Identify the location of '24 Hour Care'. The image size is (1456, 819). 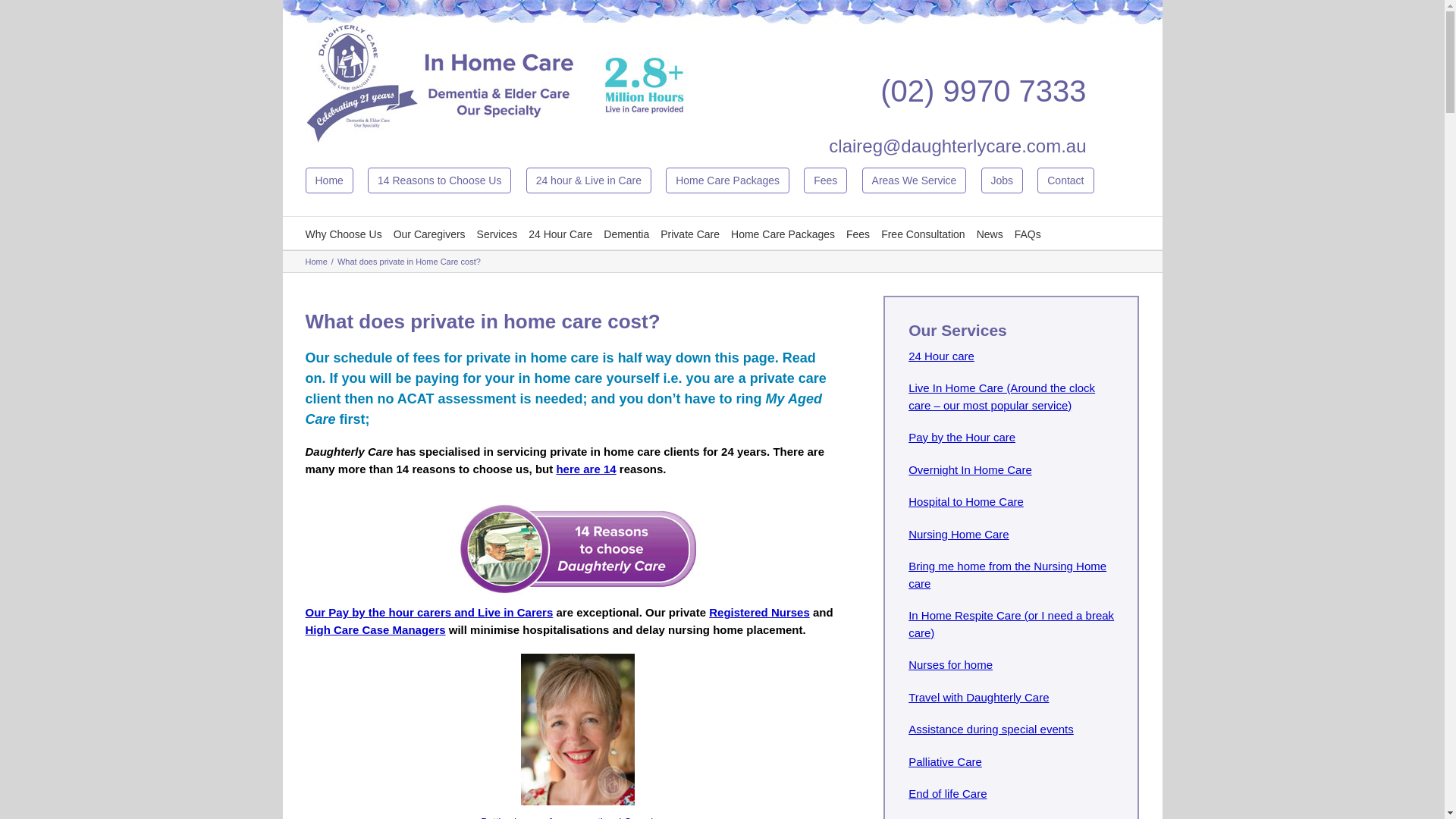
(560, 233).